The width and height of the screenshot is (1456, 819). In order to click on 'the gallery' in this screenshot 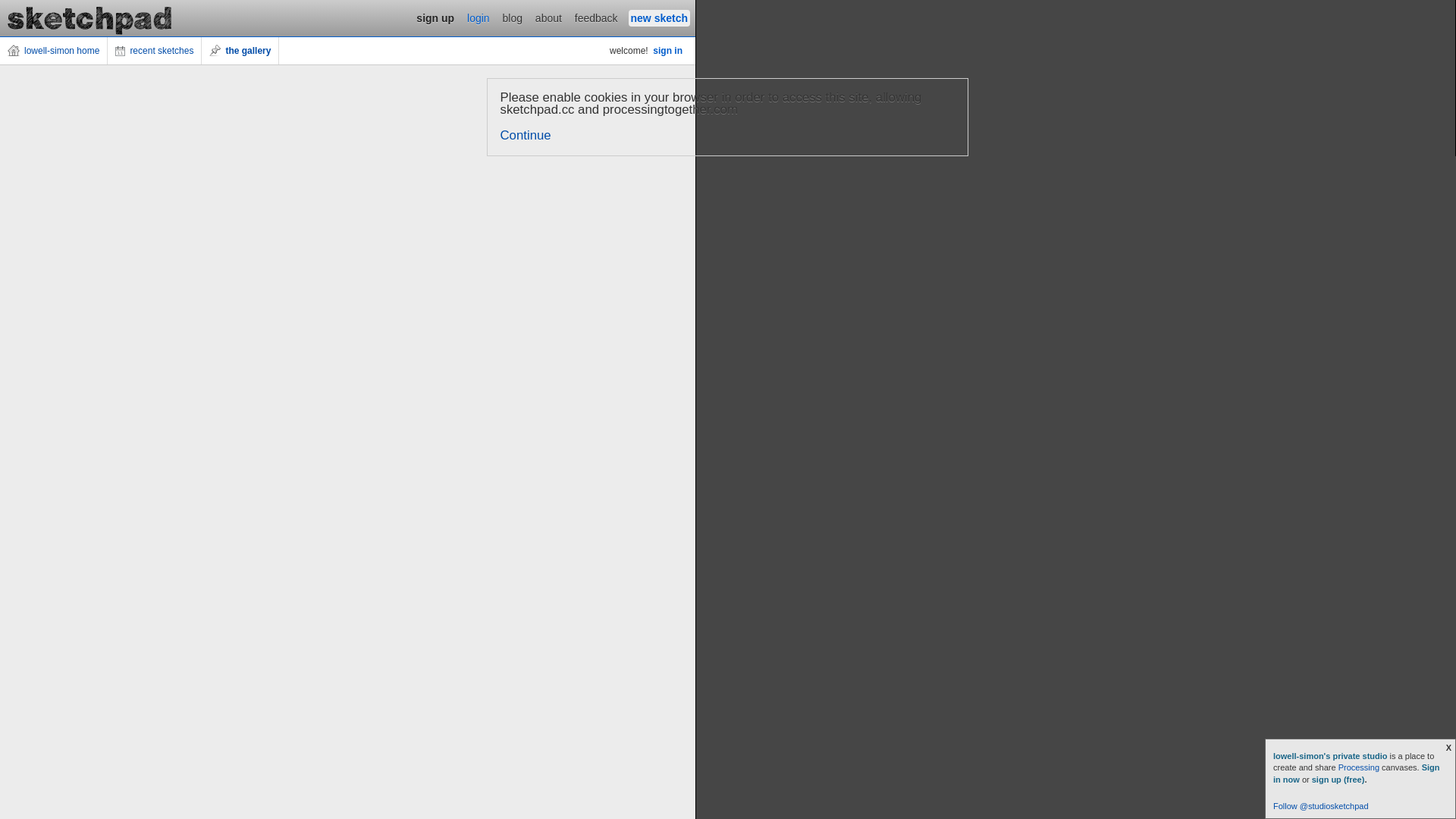, I will do `click(239, 49)`.